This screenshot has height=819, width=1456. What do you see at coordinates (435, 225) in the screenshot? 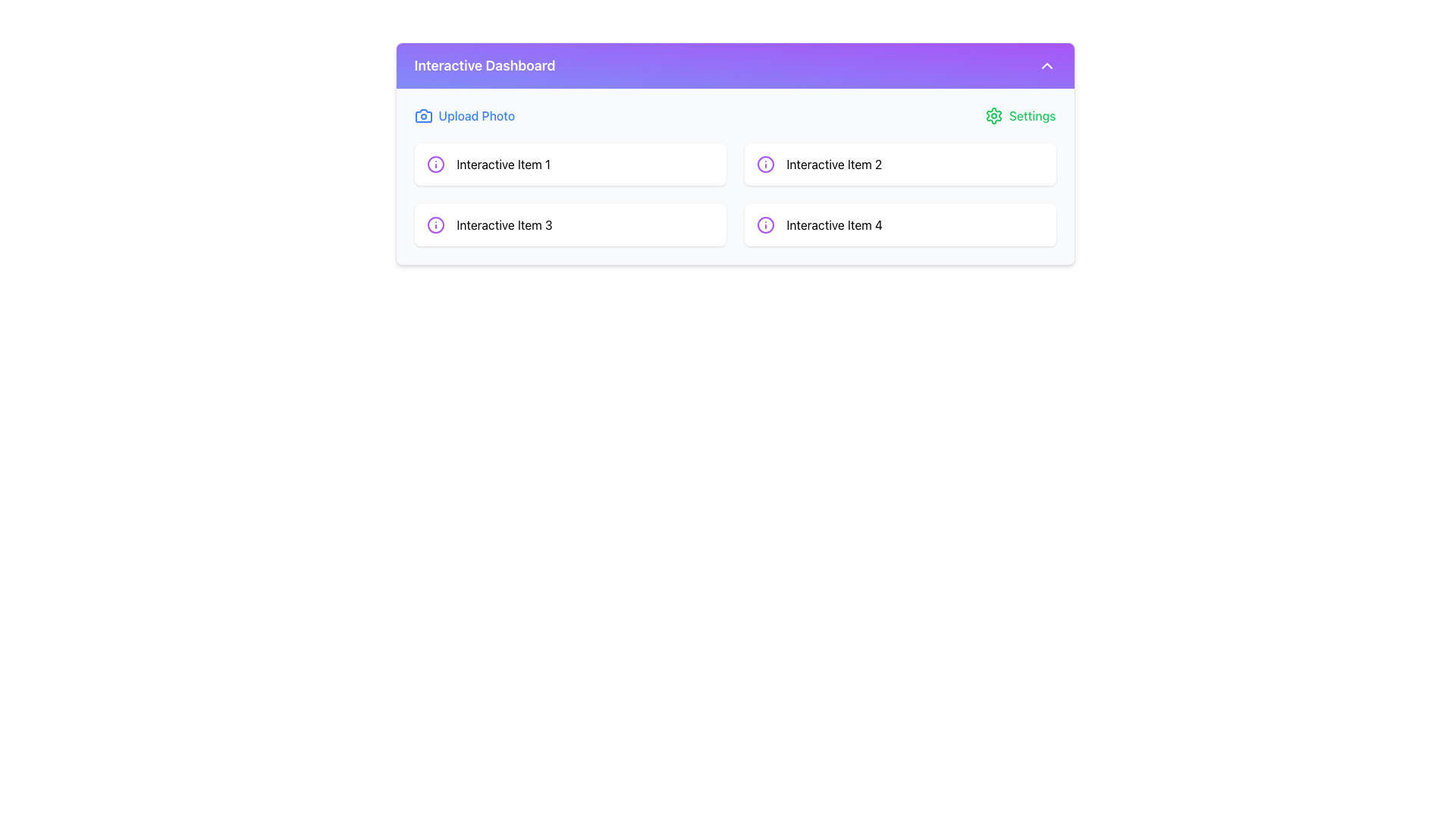
I see `the circular outline element styled in purple, resembling an information symbol, located left of 'Interactive Item 1' in the dashboard interface` at bounding box center [435, 225].